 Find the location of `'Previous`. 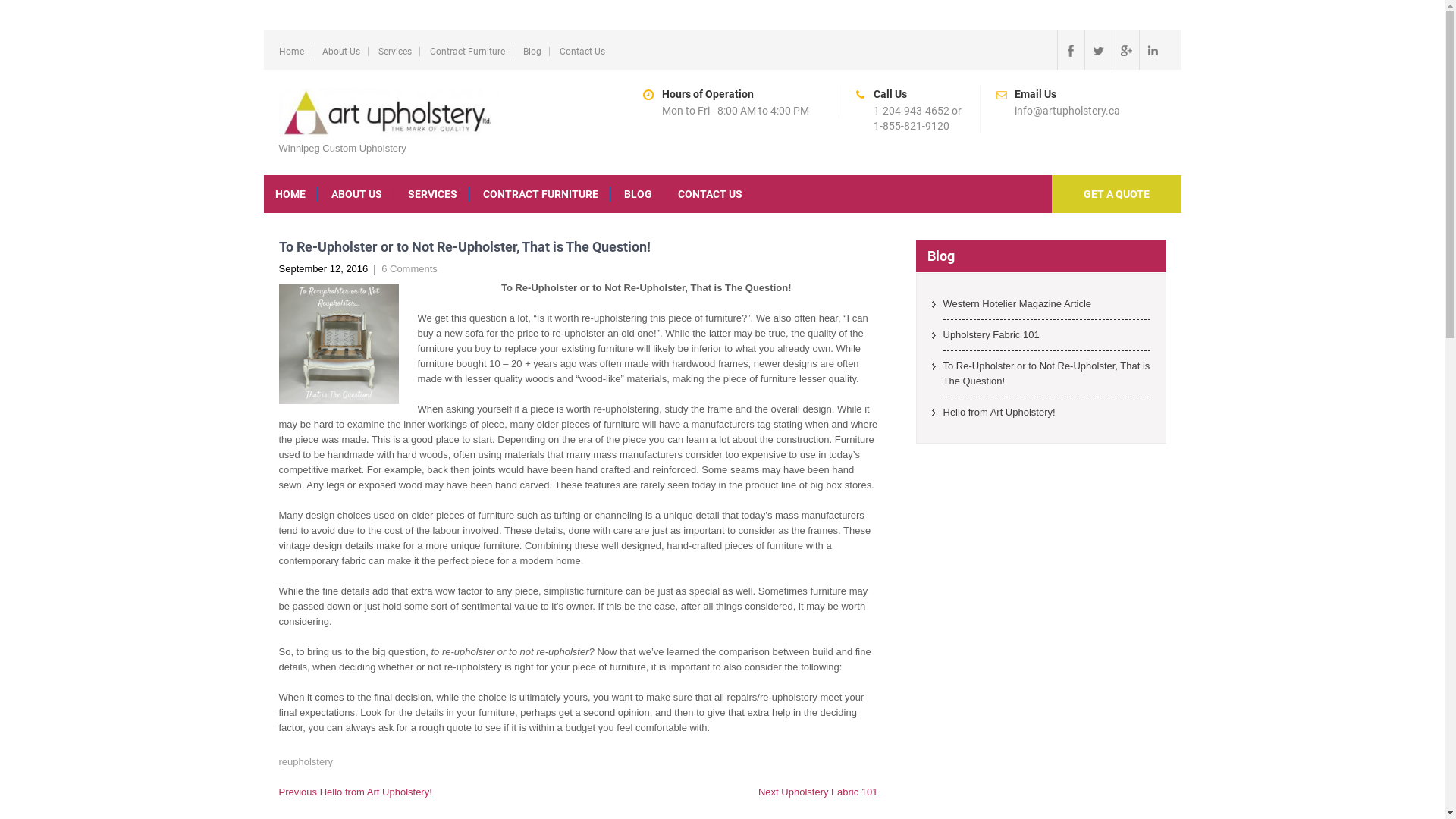

'Previous is located at coordinates (355, 791).